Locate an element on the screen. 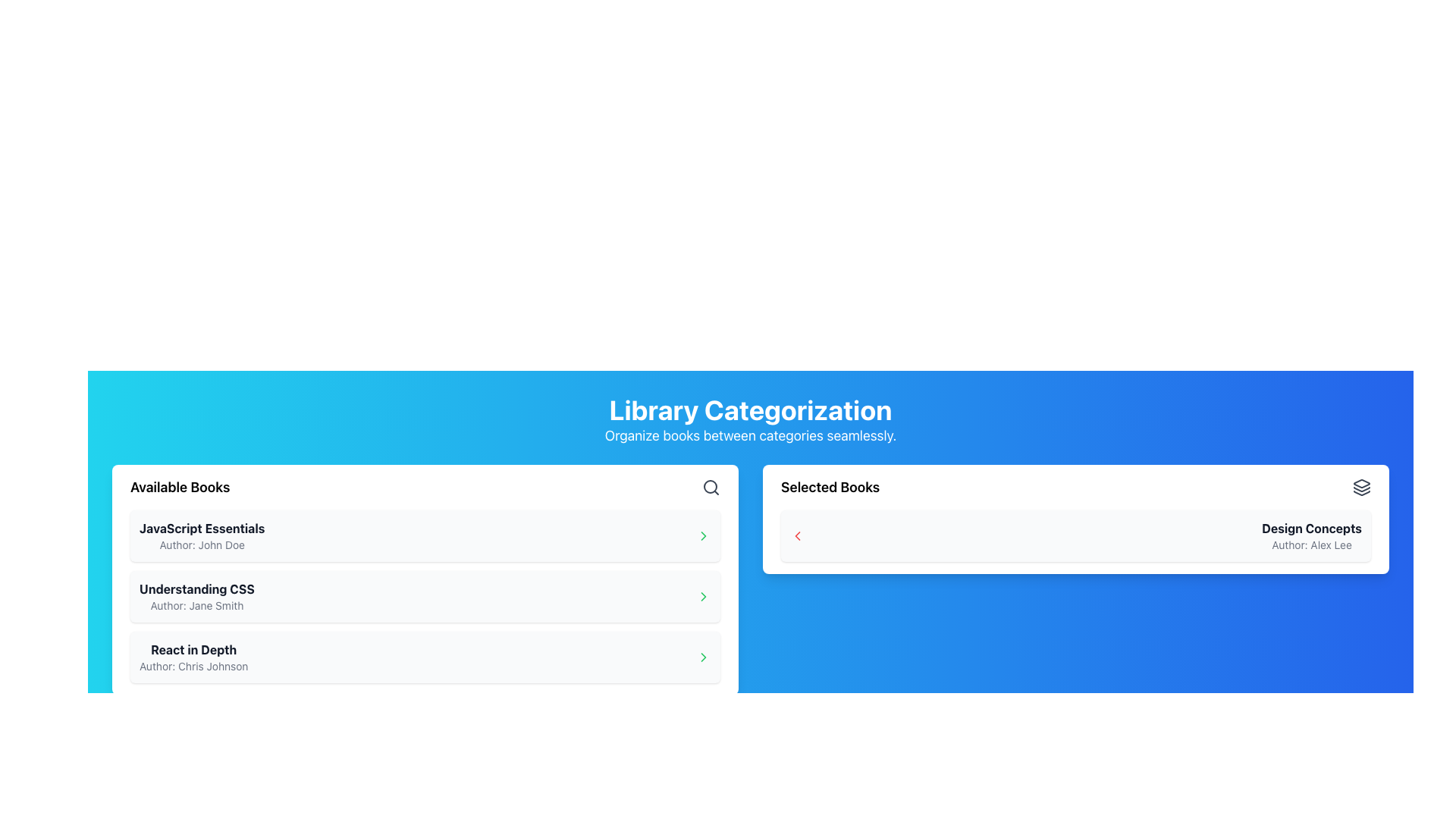  the icon button located to the far right of the 'JavaScript Essentials Author: John Doe' text is located at coordinates (702, 535).